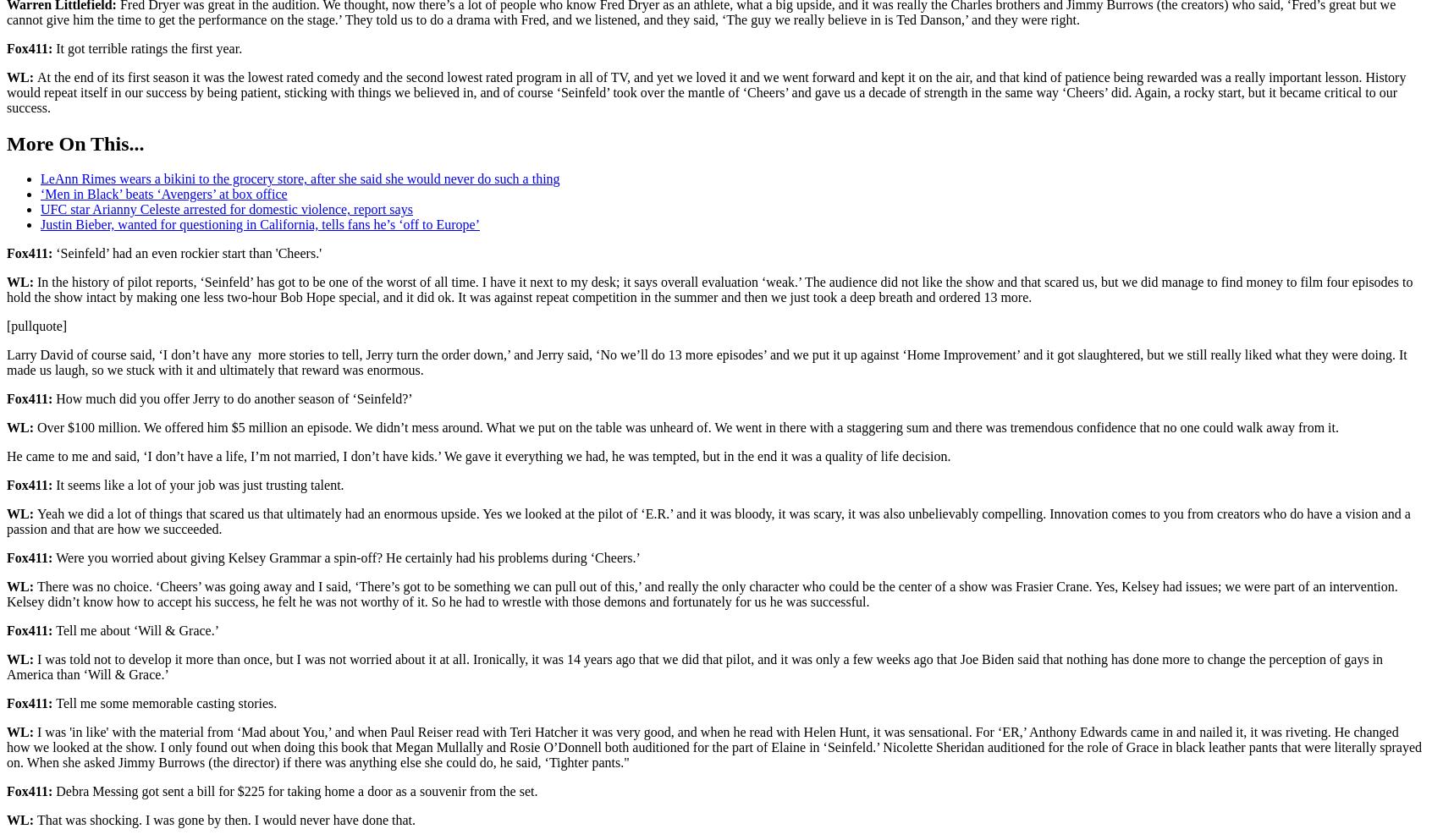 This screenshot has height=840, width=1432. I want to click on '‘Men in Black’ beats ‘Avengers’ at box office', so click(162, 194).